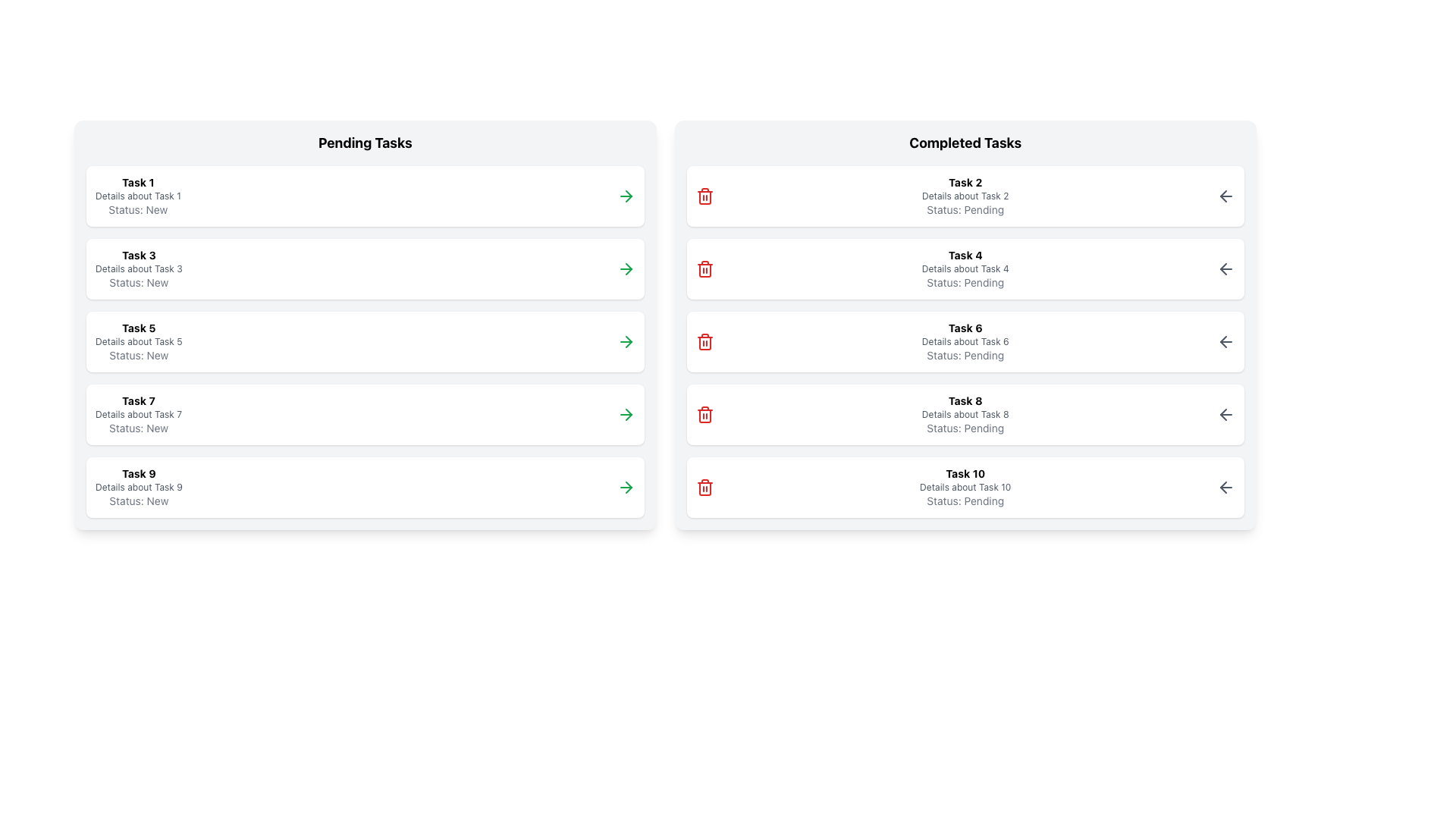  I want to click on text information provided by the Text Label located below 'Task 1' and above 'Status: New' in the uppermost card of the 'Pending Tasks' column, so click(138, 195).